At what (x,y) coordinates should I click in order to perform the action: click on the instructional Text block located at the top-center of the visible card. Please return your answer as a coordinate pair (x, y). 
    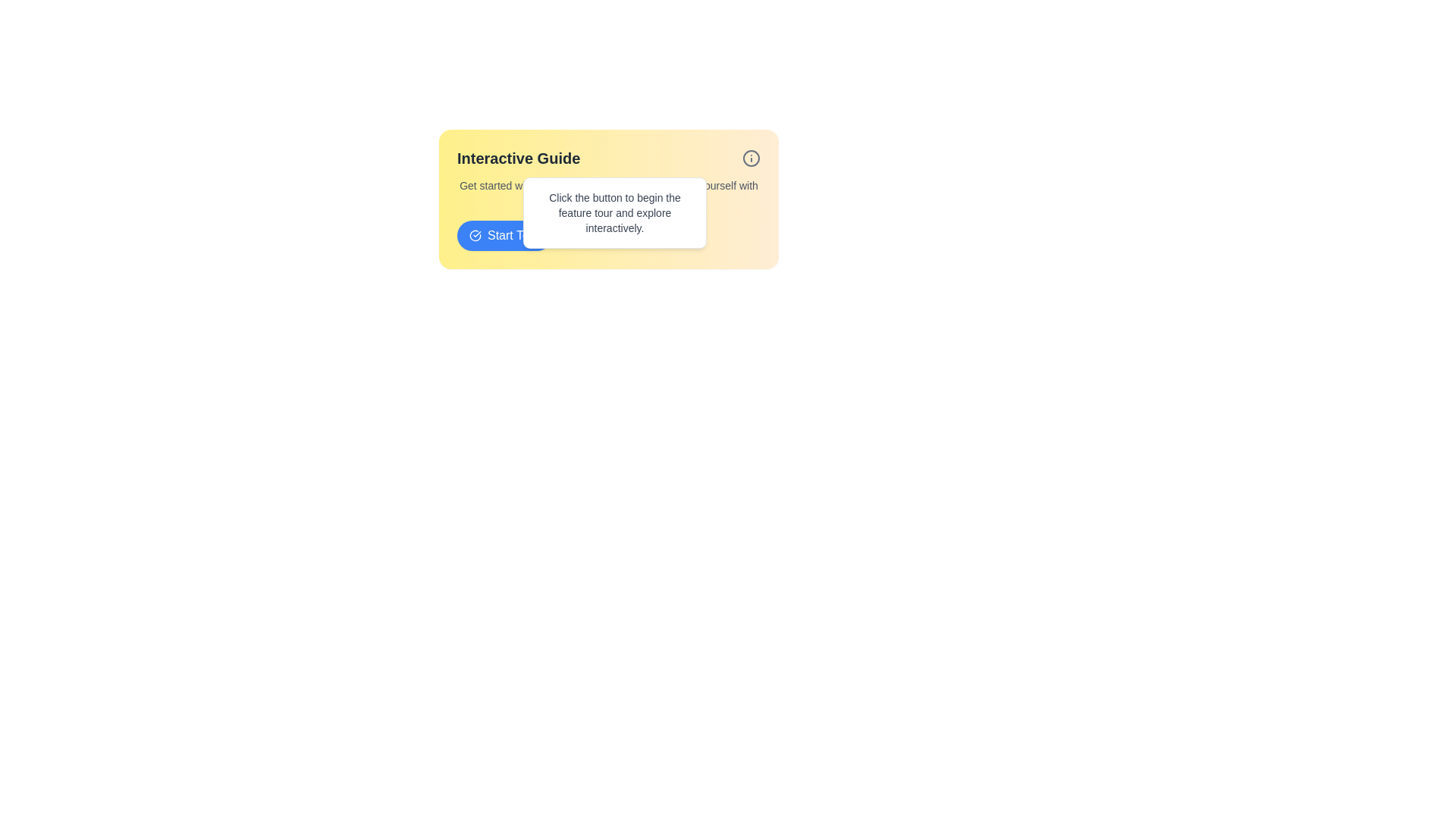
    Looking at the image, I should click on (608, 192).